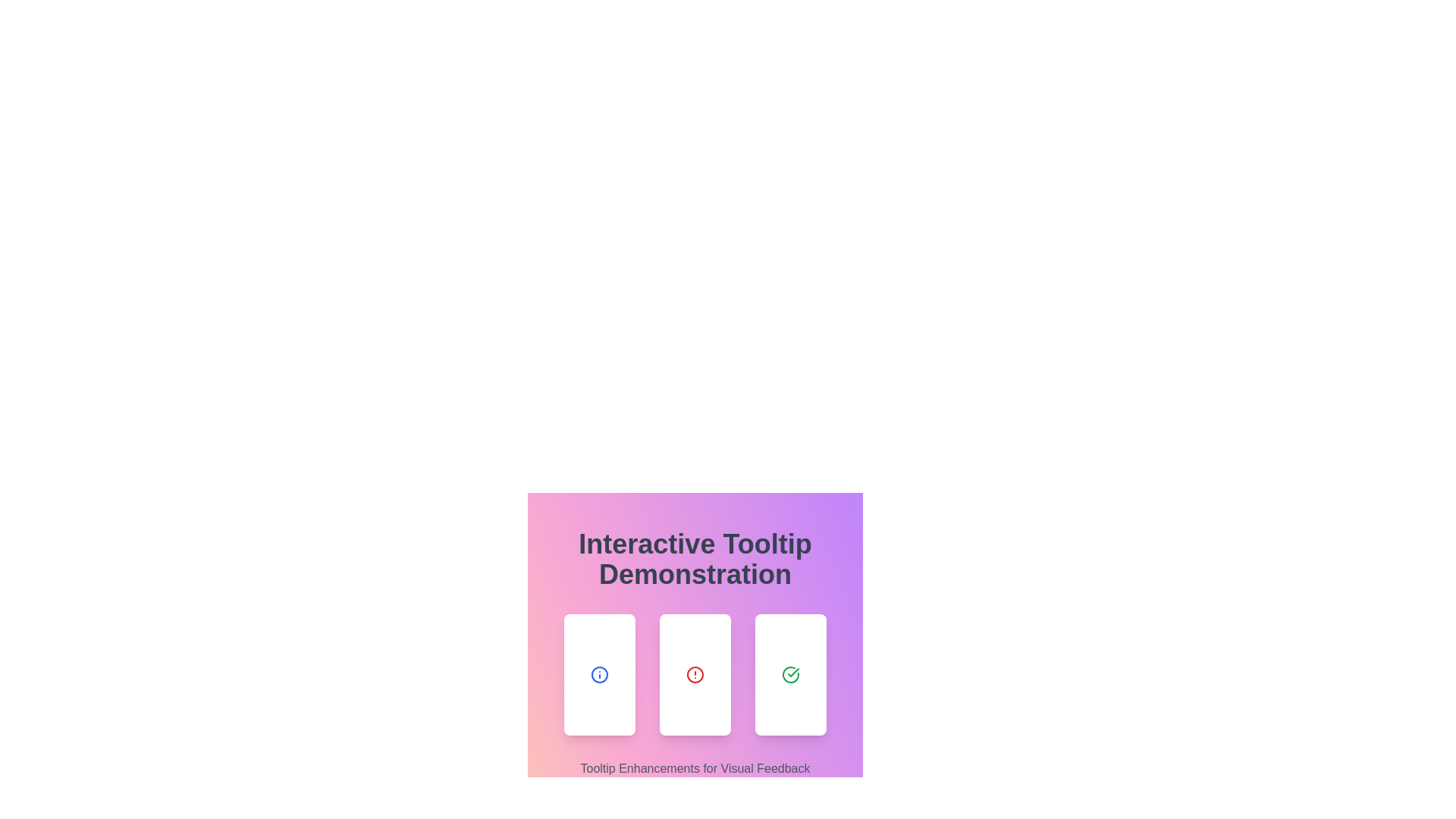 This screenshot has width=1456, height=819. What do you see at coordinates (599, 674) in the screenshot?
I see `the Informational Icon located in the middle of the leftmost tile under 'Interactive Tooltip Demonstration'` at bounding box center [599, 674].